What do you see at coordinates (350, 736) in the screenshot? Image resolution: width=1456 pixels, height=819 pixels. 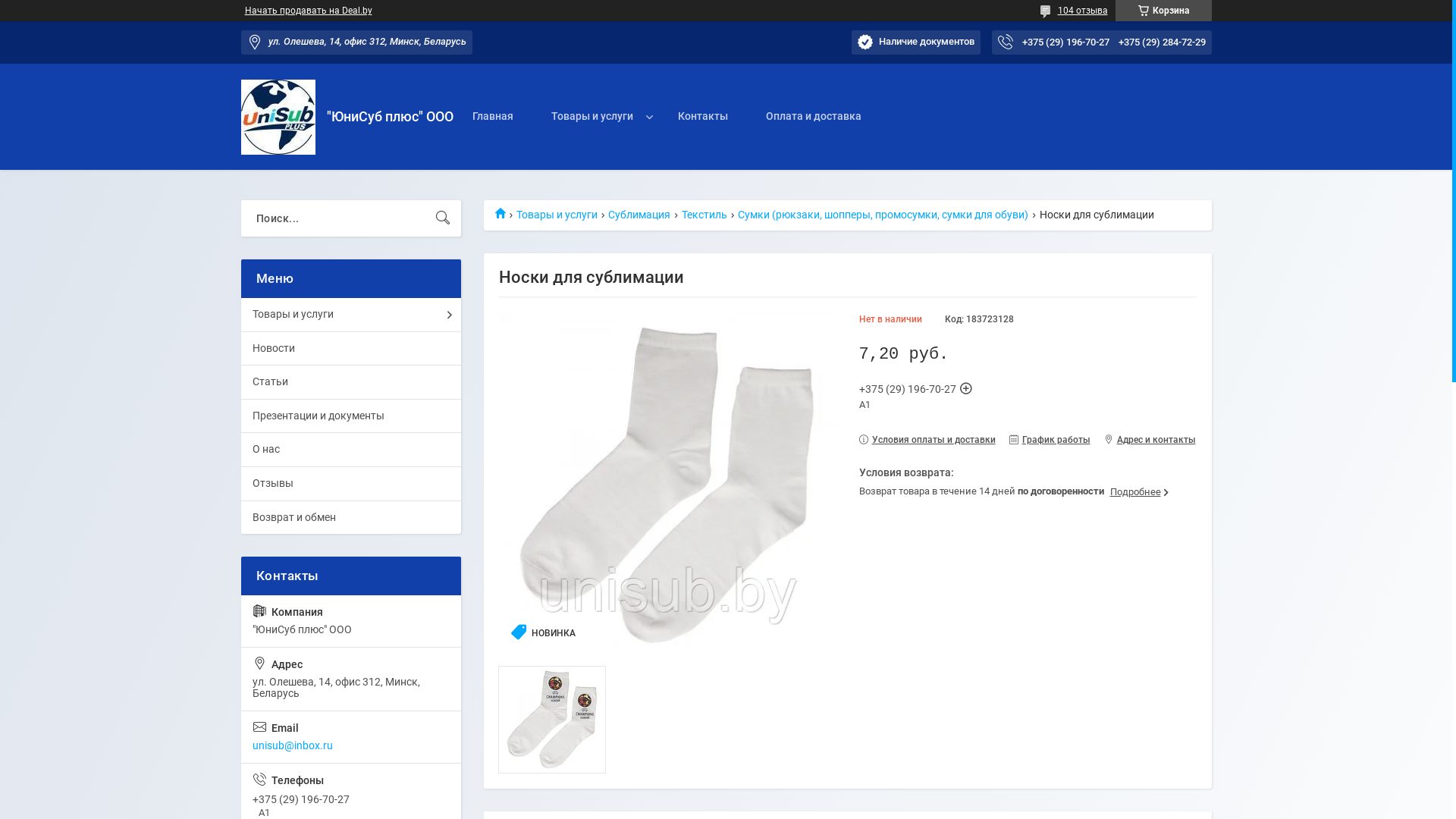 I see `'unisub@inbox.ru'` at bounding box center [350, 736].